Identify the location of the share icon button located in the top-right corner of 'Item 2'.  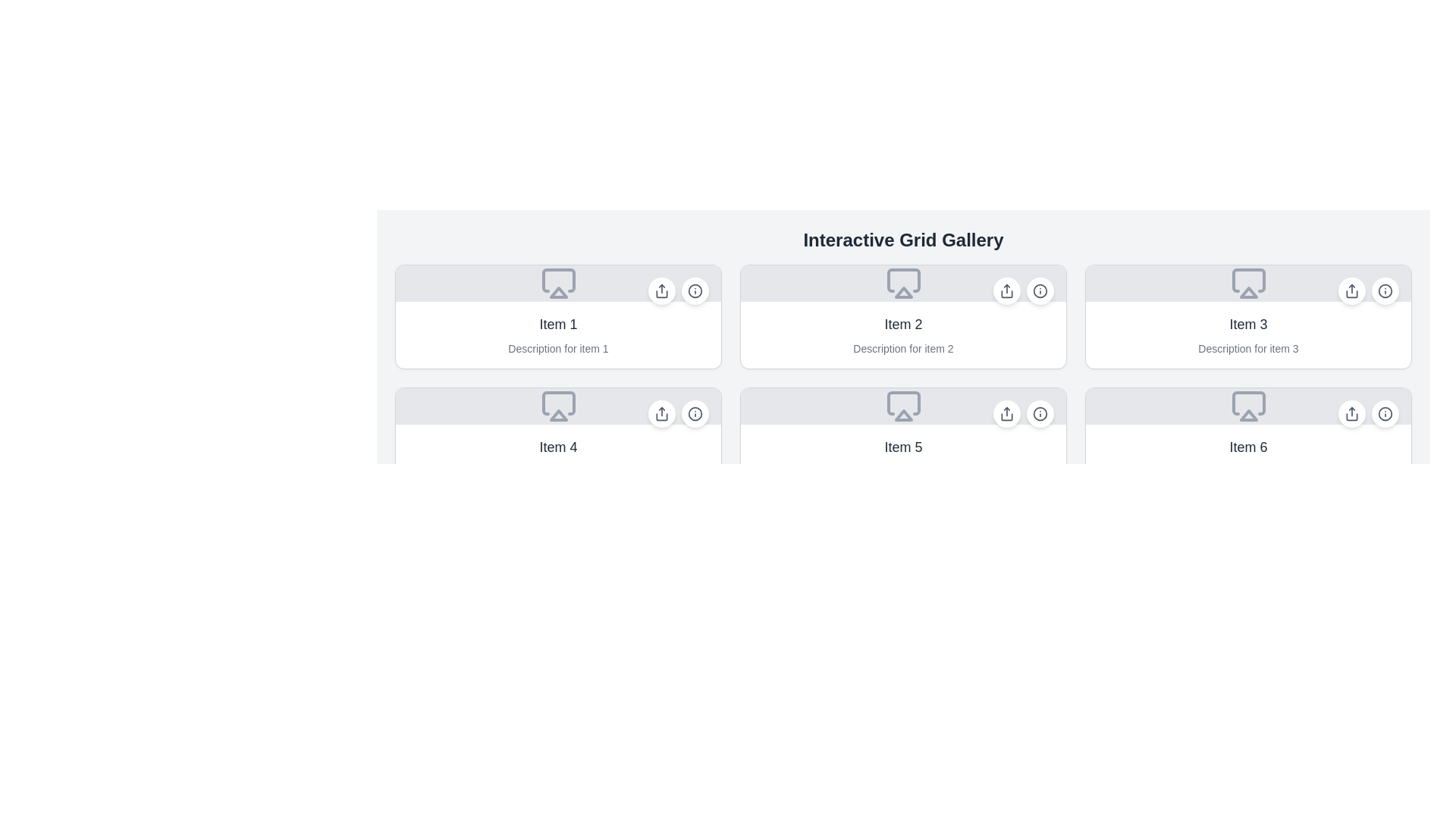
(1007, 291).